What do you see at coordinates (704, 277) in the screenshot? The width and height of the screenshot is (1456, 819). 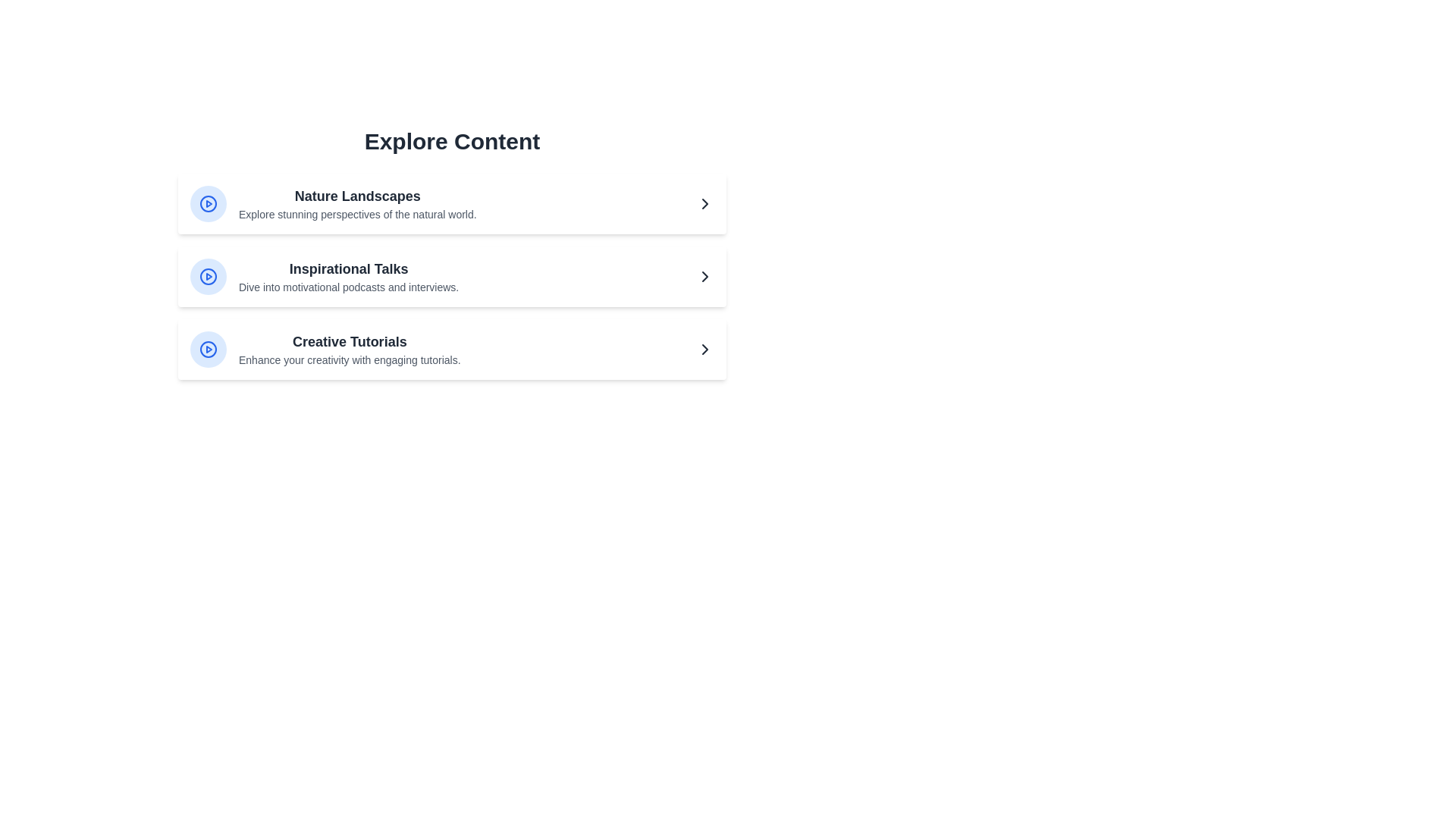 I see `the arrow button for Inspirational Talks to navigate to more details` at bounding box center [704, 277].